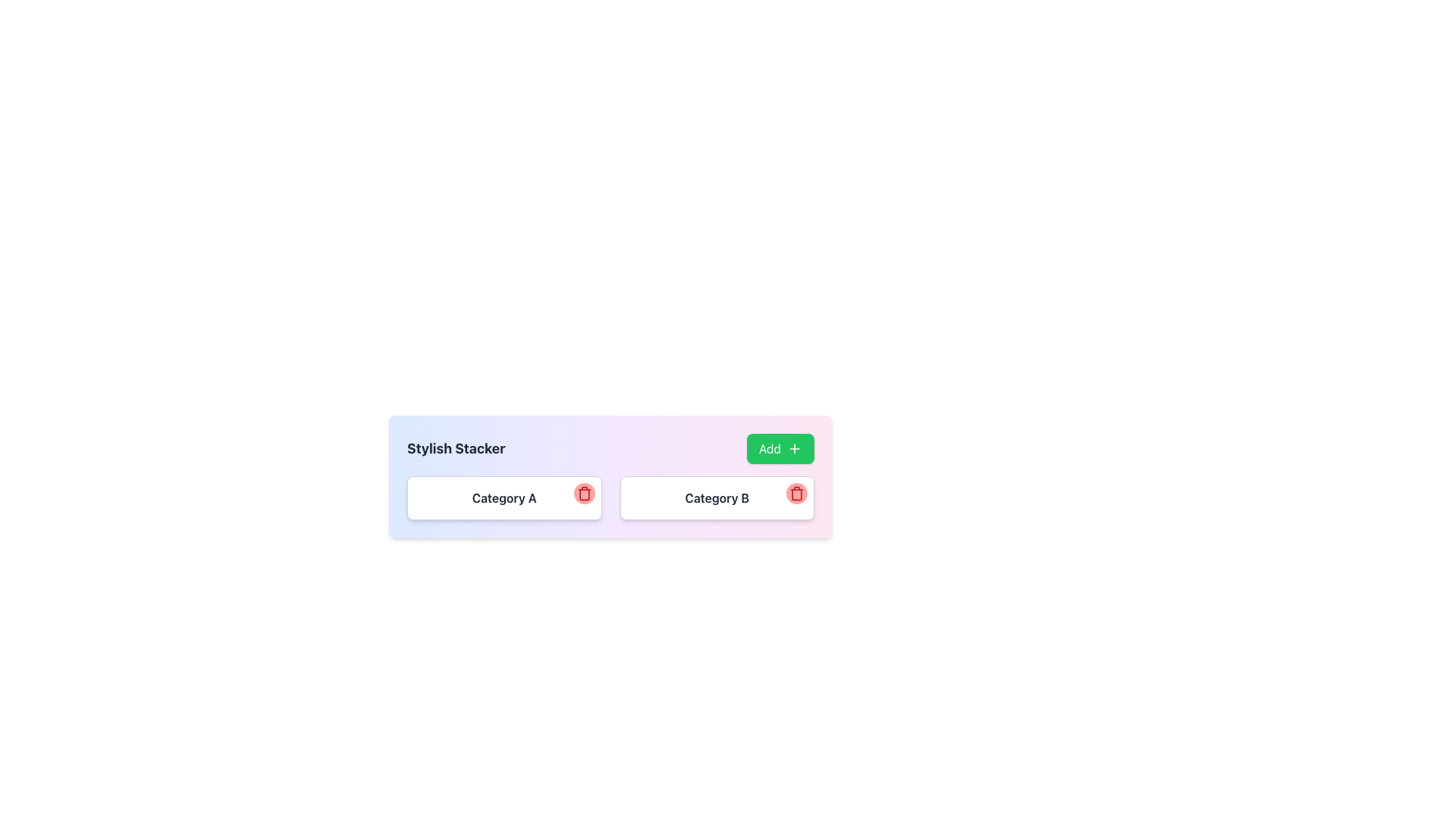 The width and height of the screenshot is (1456, 819). What do you see at coordinates (504, 497) in the screenshot?
I see `text label 'Category A', which is a bold dark gray static text element located within the first section of the list, positioned to the left of the trashcan icon` at bounding box center [504, 497].